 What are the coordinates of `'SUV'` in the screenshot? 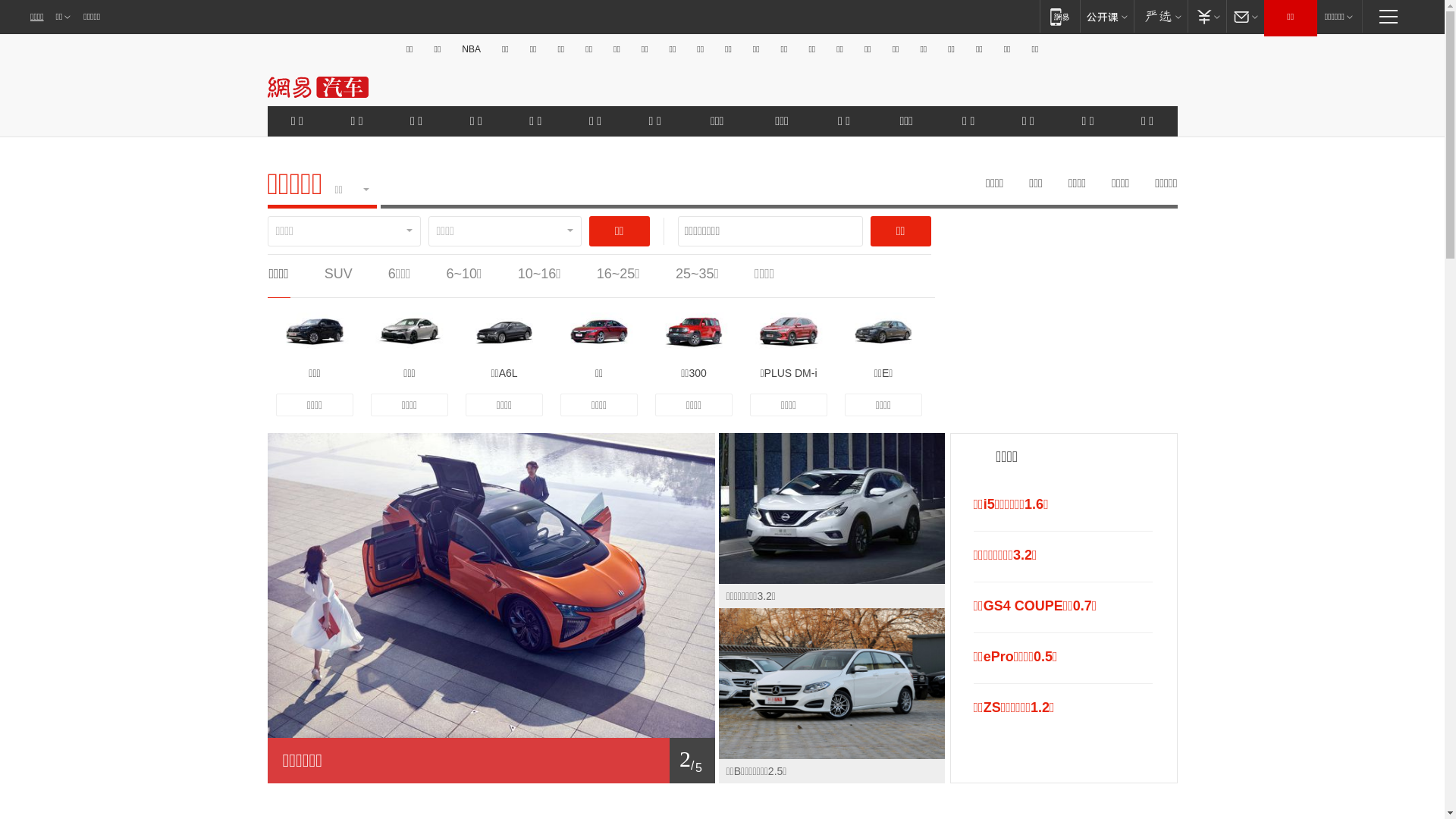 It's located at (337, 274).